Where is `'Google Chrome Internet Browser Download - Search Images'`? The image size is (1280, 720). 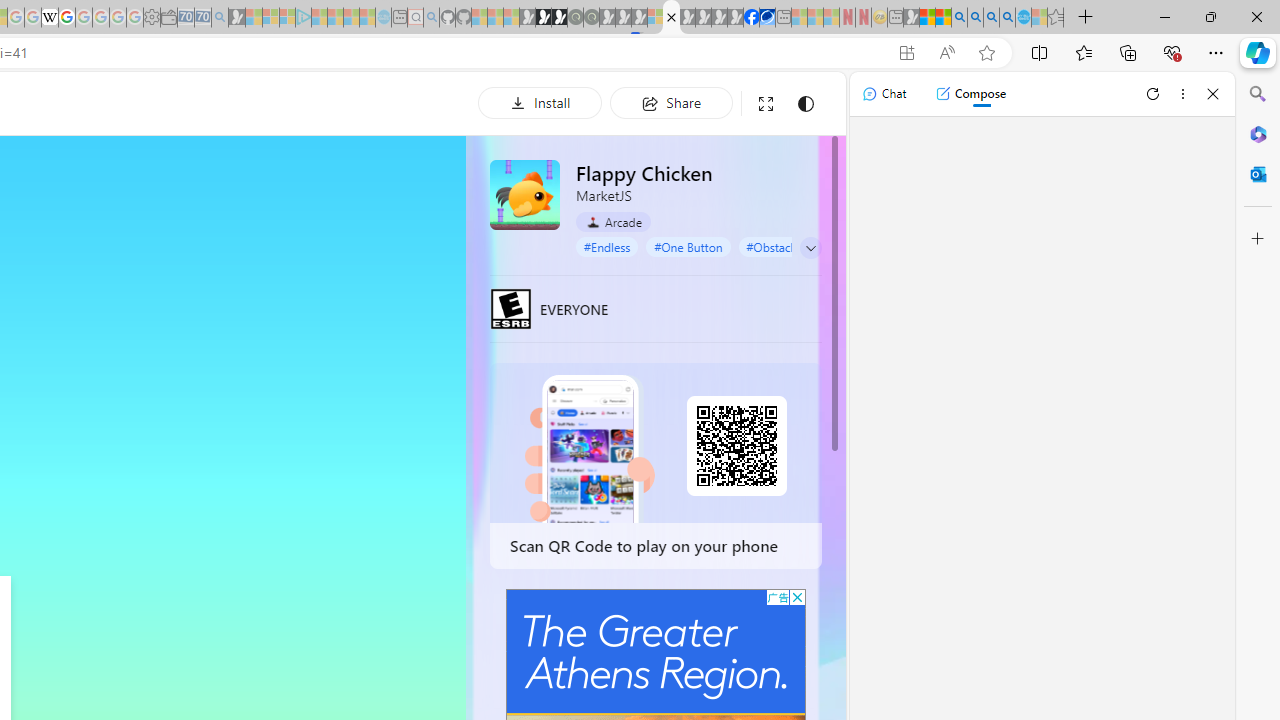 'Google Chrome Internet Browser Download - Search Images' is located at coordinates (1007, 17).